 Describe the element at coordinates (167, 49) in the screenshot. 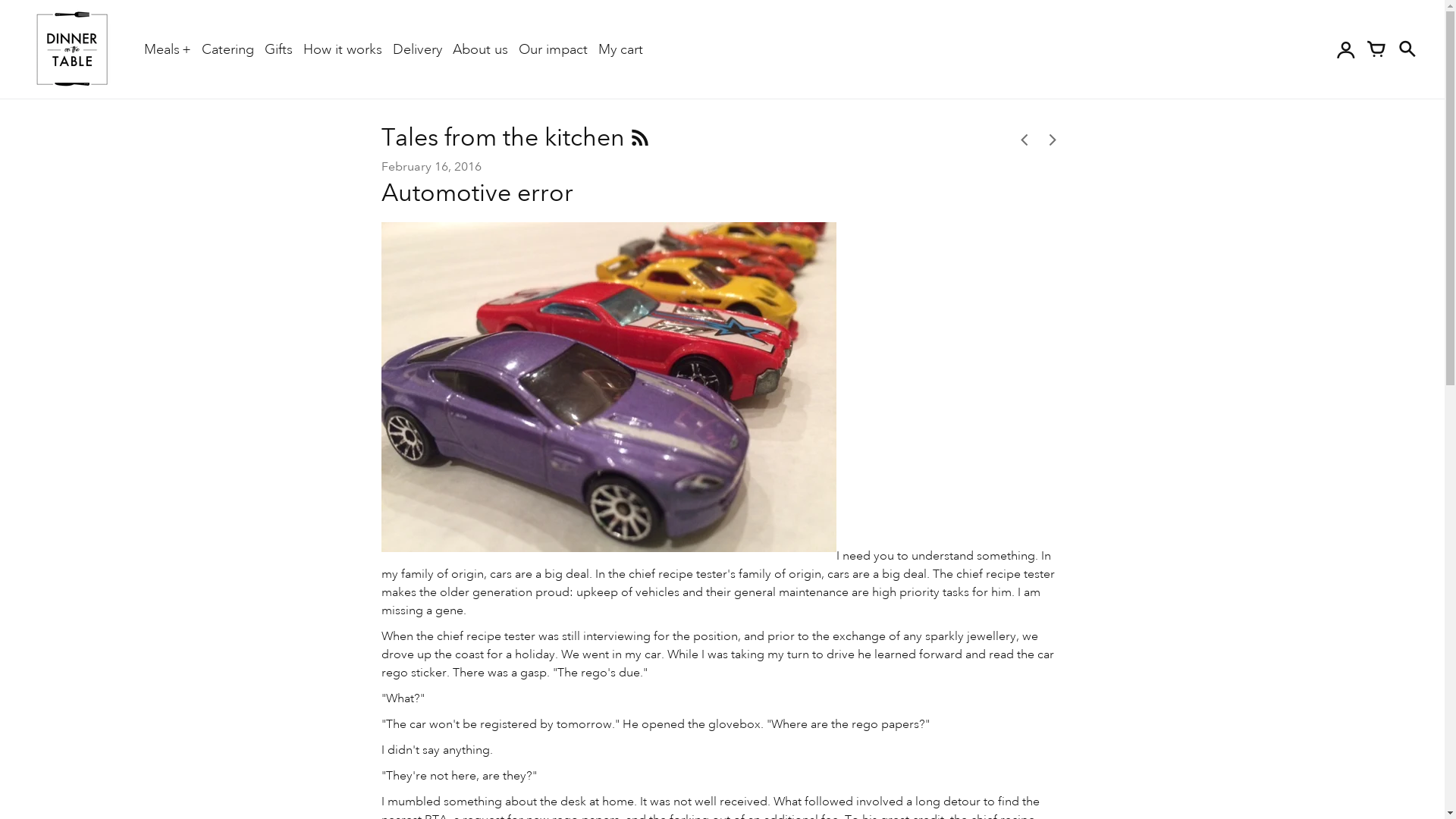

I see `'Meals'` at that location.